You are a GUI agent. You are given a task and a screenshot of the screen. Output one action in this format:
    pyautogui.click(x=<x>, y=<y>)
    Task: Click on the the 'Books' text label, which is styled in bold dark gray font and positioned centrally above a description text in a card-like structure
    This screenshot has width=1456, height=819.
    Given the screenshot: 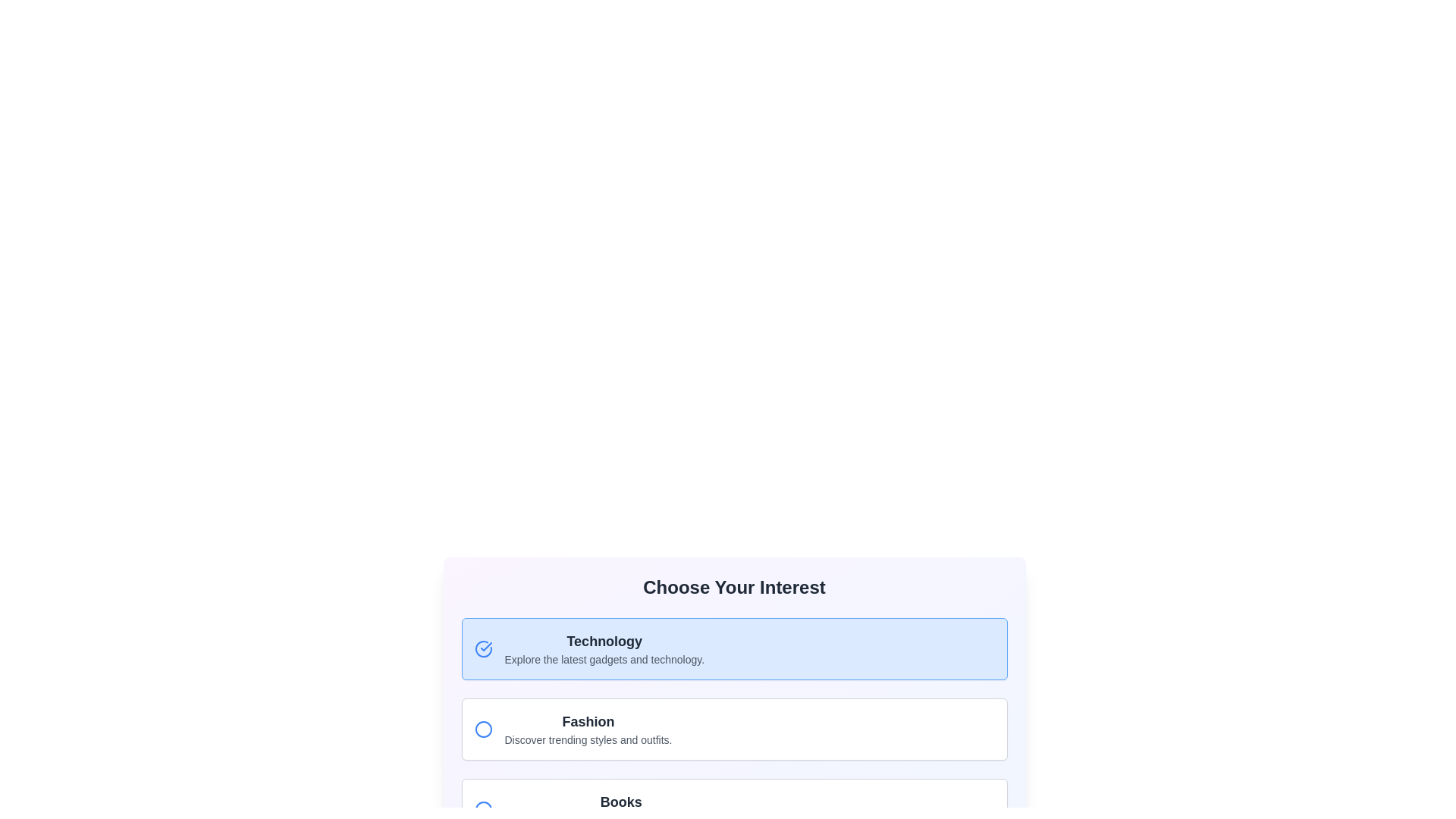 What is the action you would take?
    pyautogui.click(x=621, y=801)
    